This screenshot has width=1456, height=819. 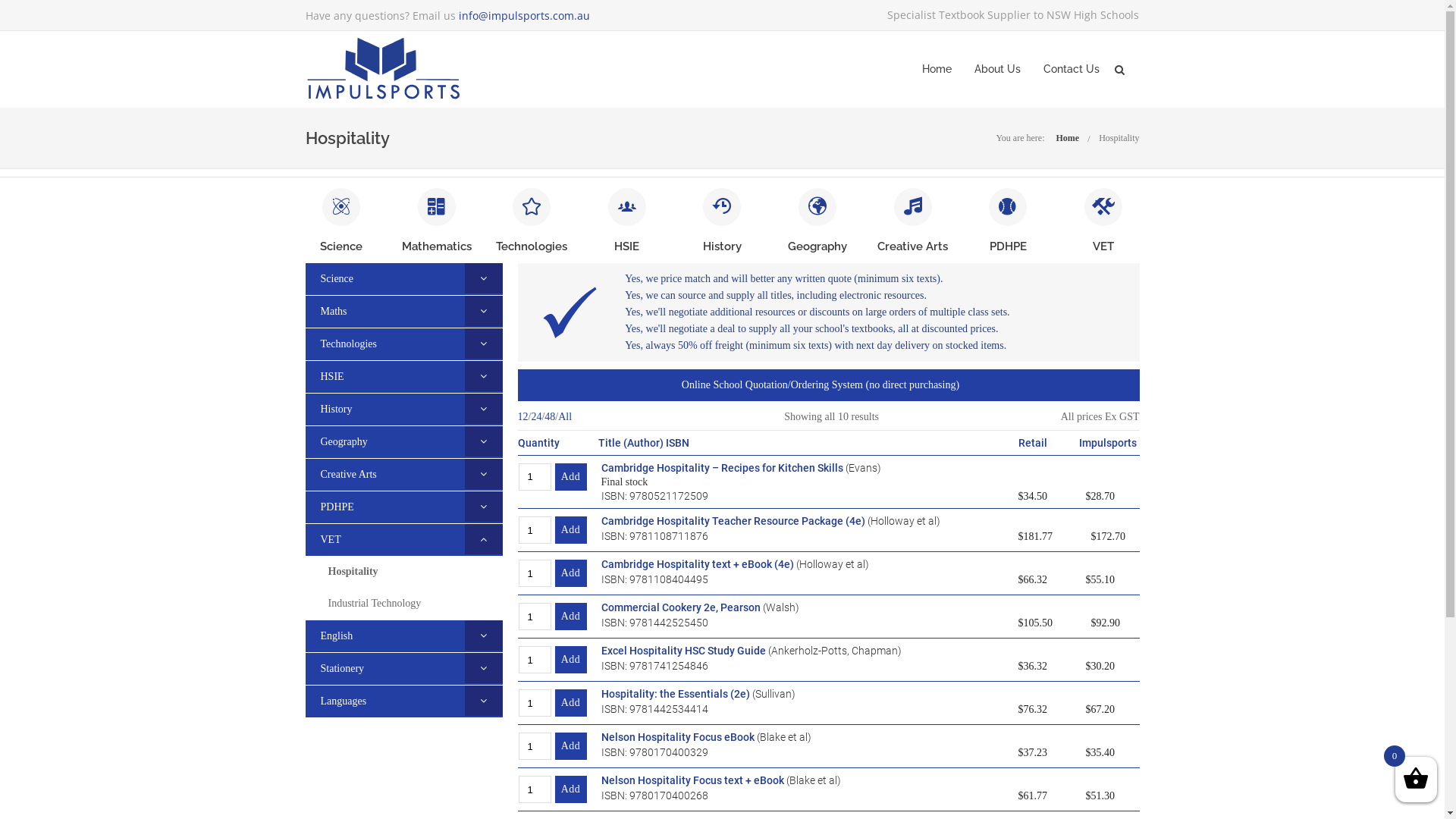 What do you see at coordinates (1055, 137) in the screenshot?
I see `'Home'` at bounding box center [1055, 137].